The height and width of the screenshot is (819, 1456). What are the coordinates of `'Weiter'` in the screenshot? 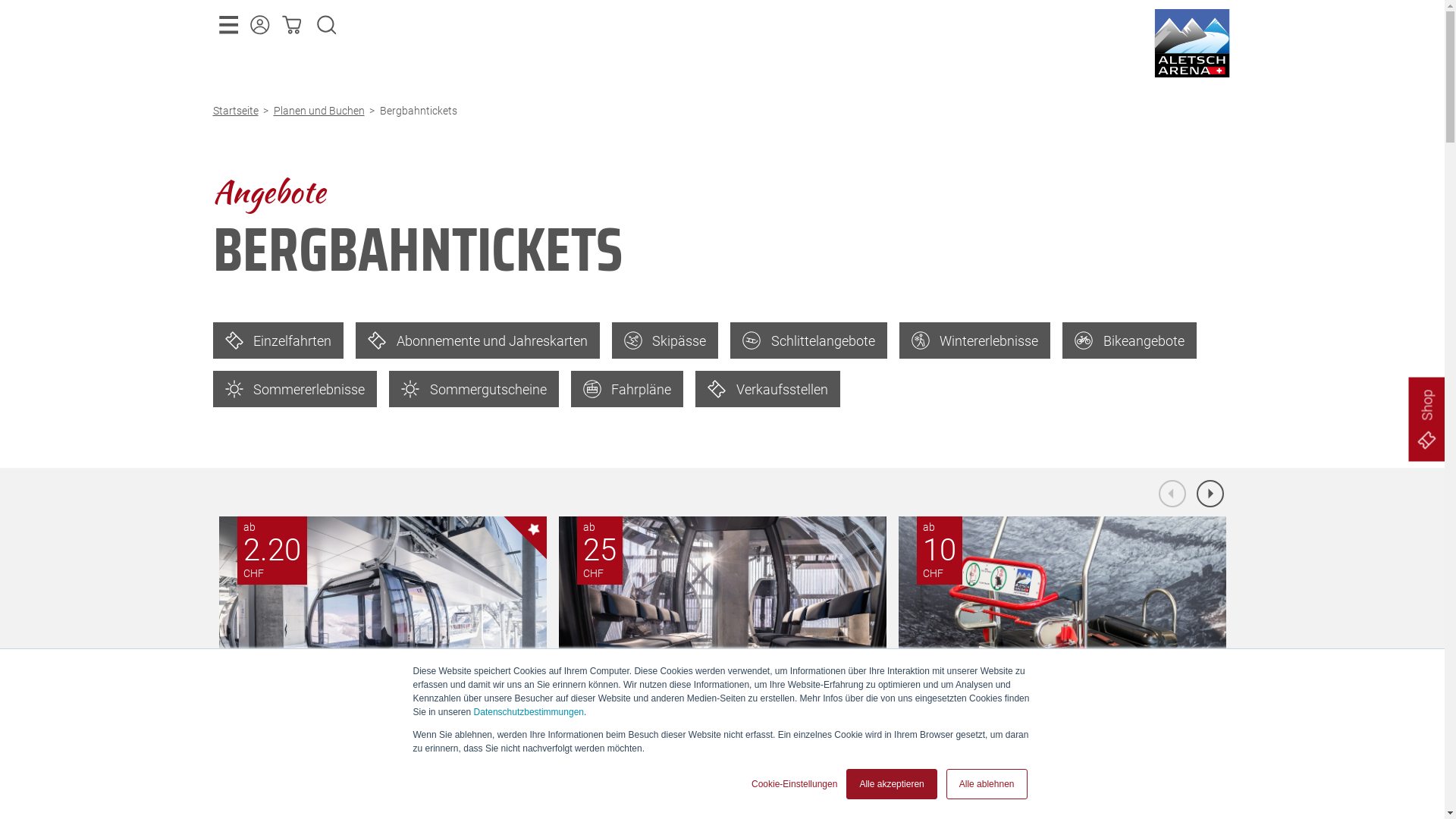 It's located at (1210, 494).